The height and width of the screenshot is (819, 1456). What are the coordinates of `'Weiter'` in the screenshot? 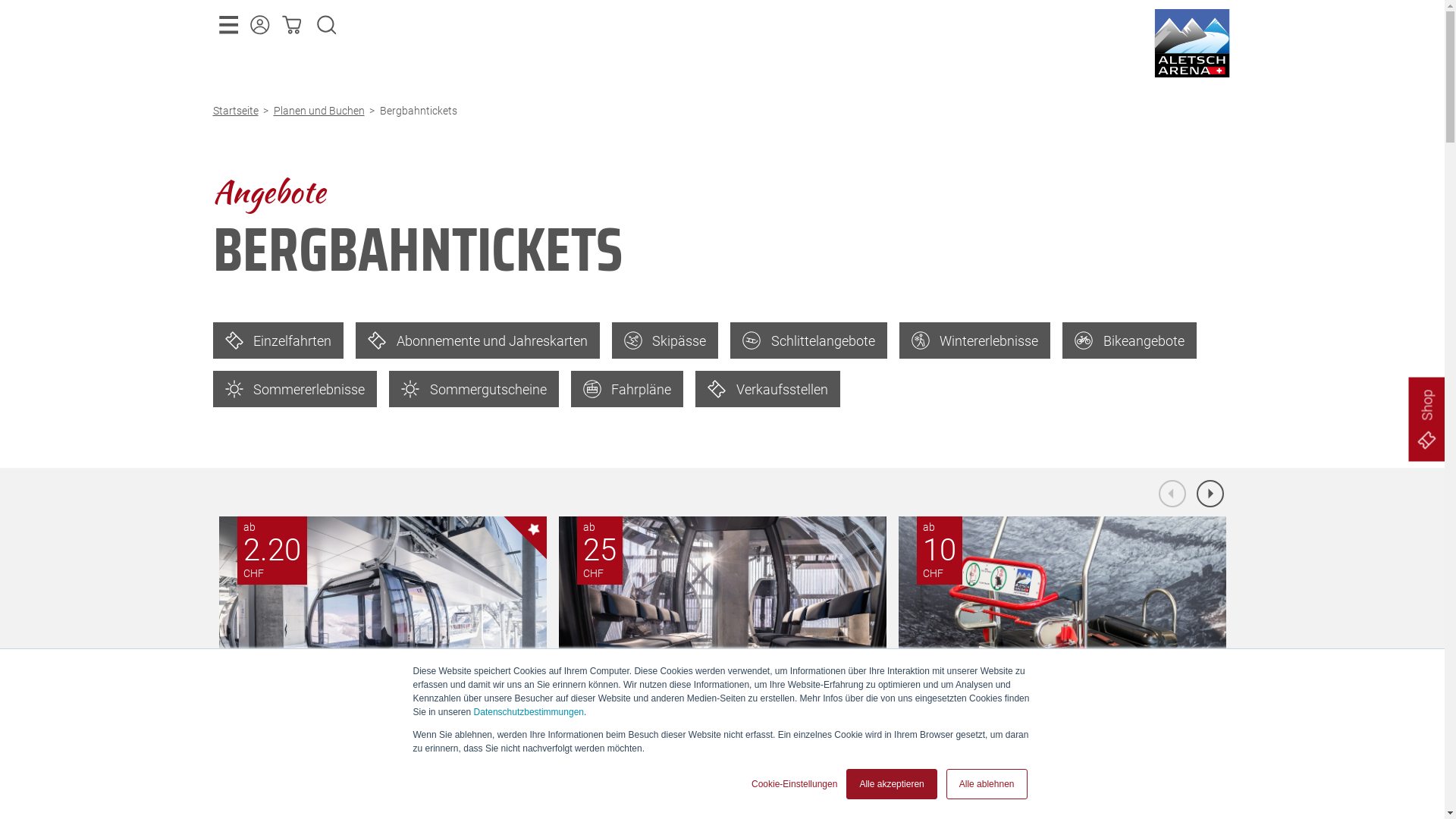 It's located at (1210, 494).